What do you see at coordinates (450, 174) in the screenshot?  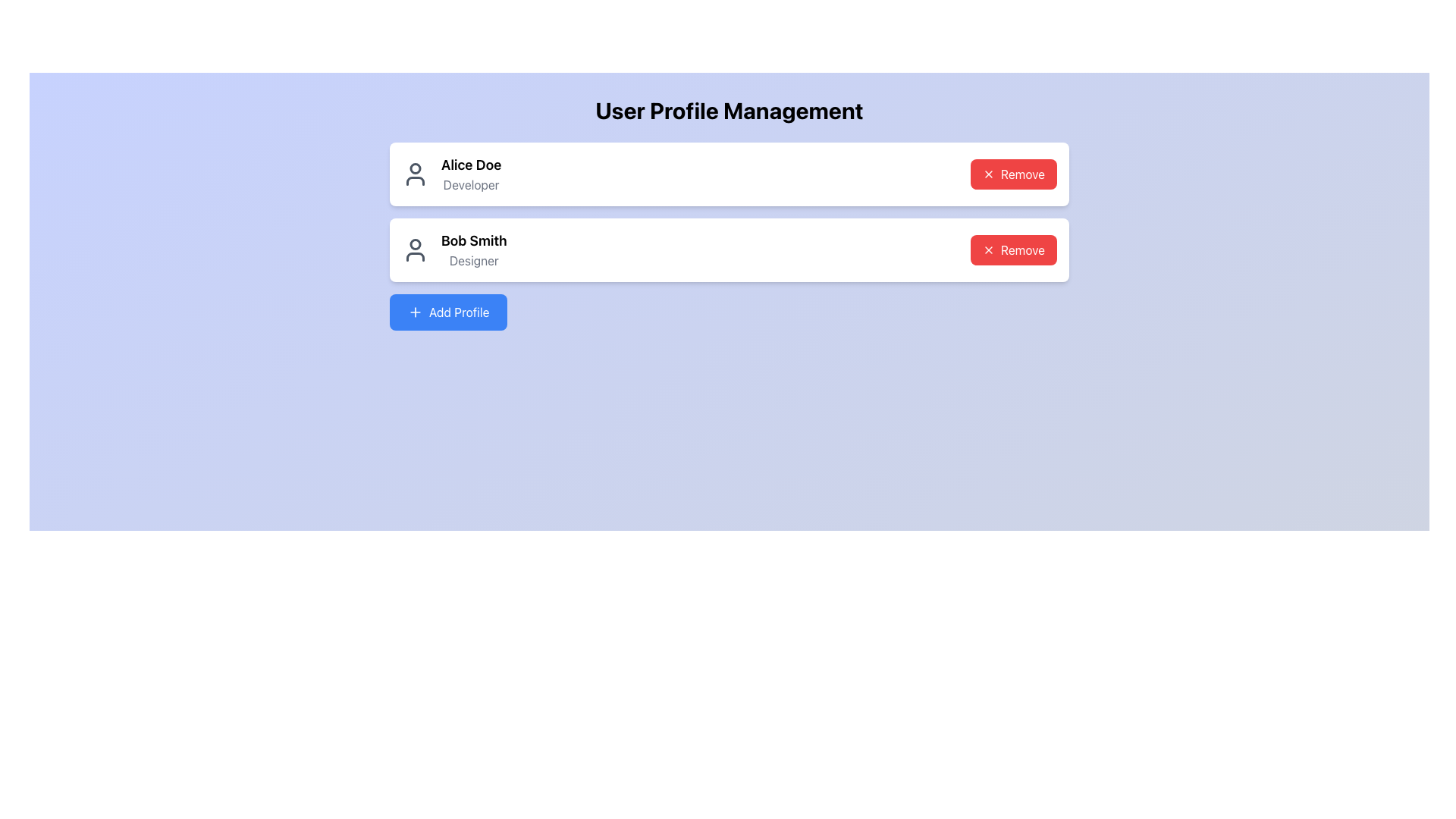 I see `the text component displaying 'Alice Doe' and 'Developer' in the first profile entry of the user profiles list, which is accompanied by a person icon` at bounding box center [450, 174].